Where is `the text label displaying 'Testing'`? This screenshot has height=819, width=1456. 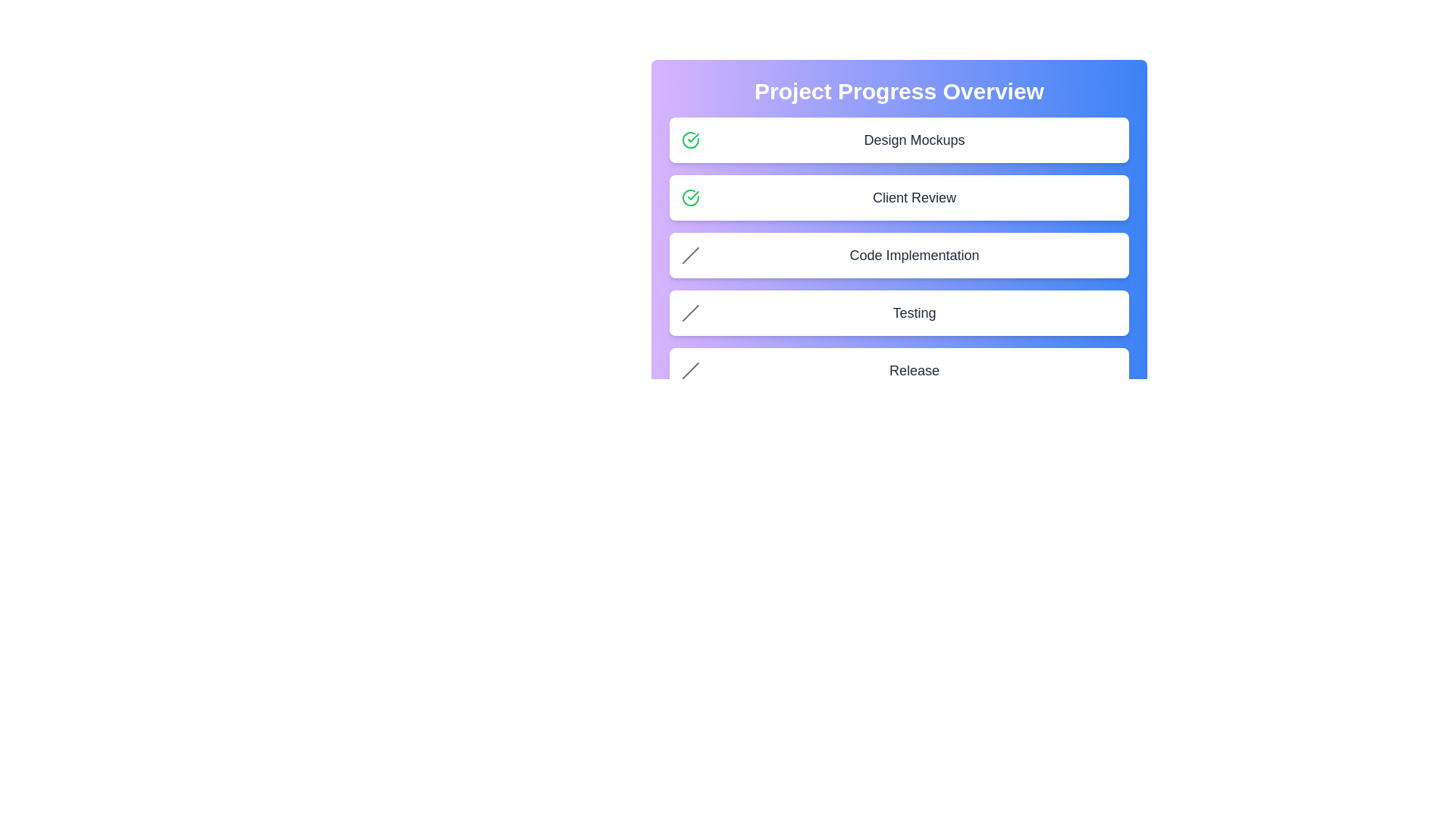 the text label displaying 'Testing' is located at coordinates (913, 312).